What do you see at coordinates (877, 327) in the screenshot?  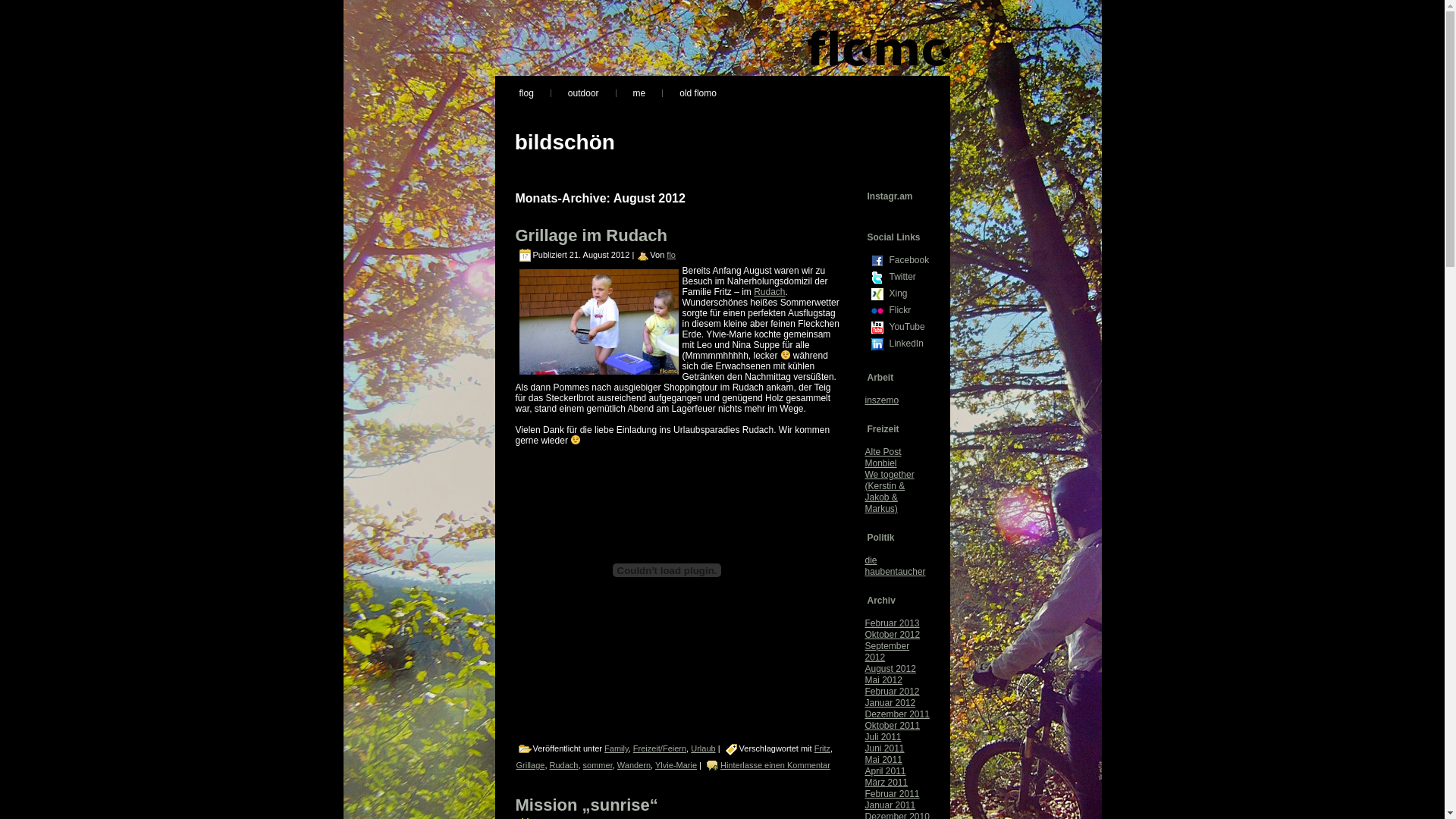 I see `'YouTube'` at bounding box center [877, 327].